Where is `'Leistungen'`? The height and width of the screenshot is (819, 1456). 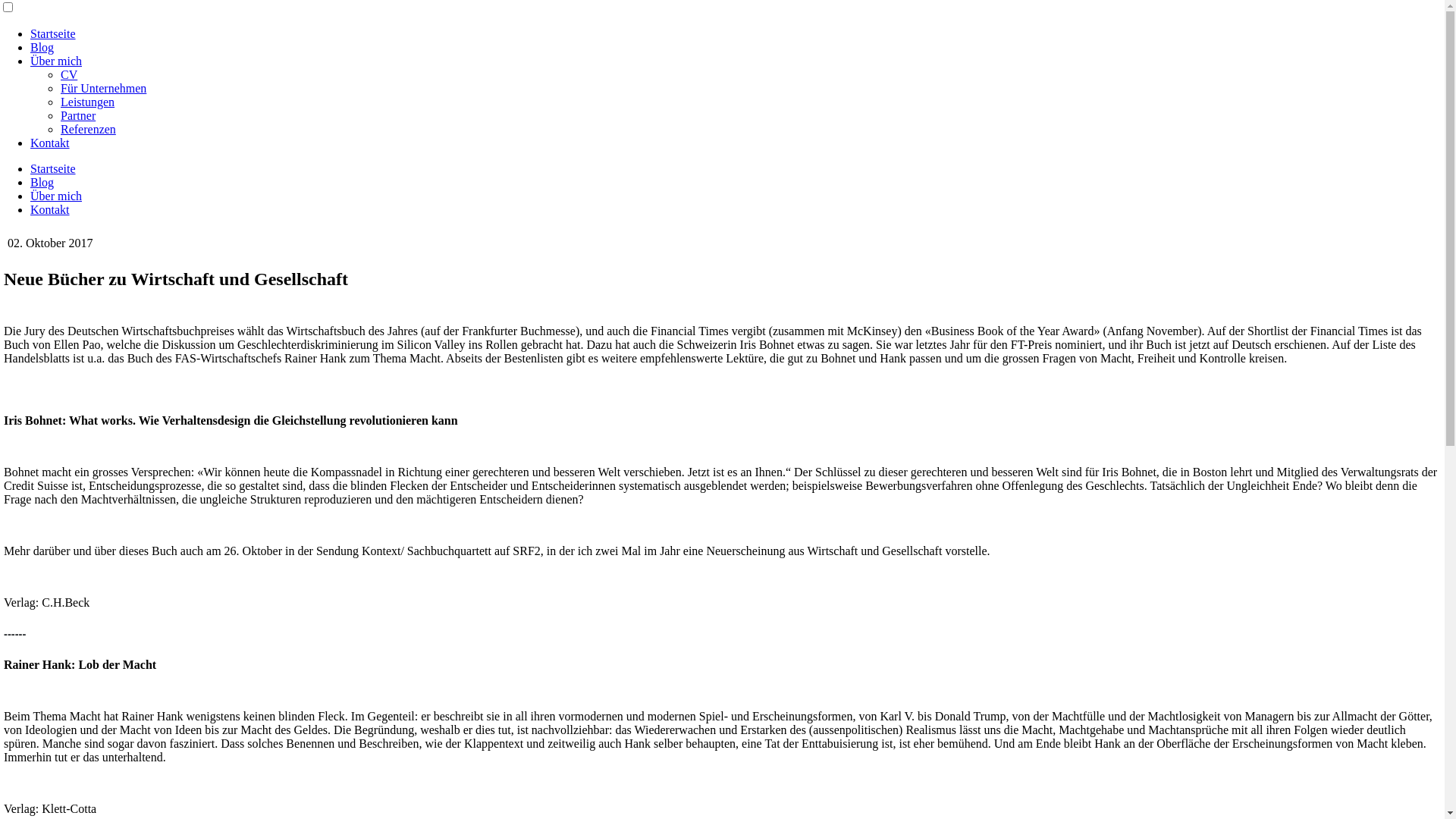 'Leistungen' is located at coordinates (86, 102).